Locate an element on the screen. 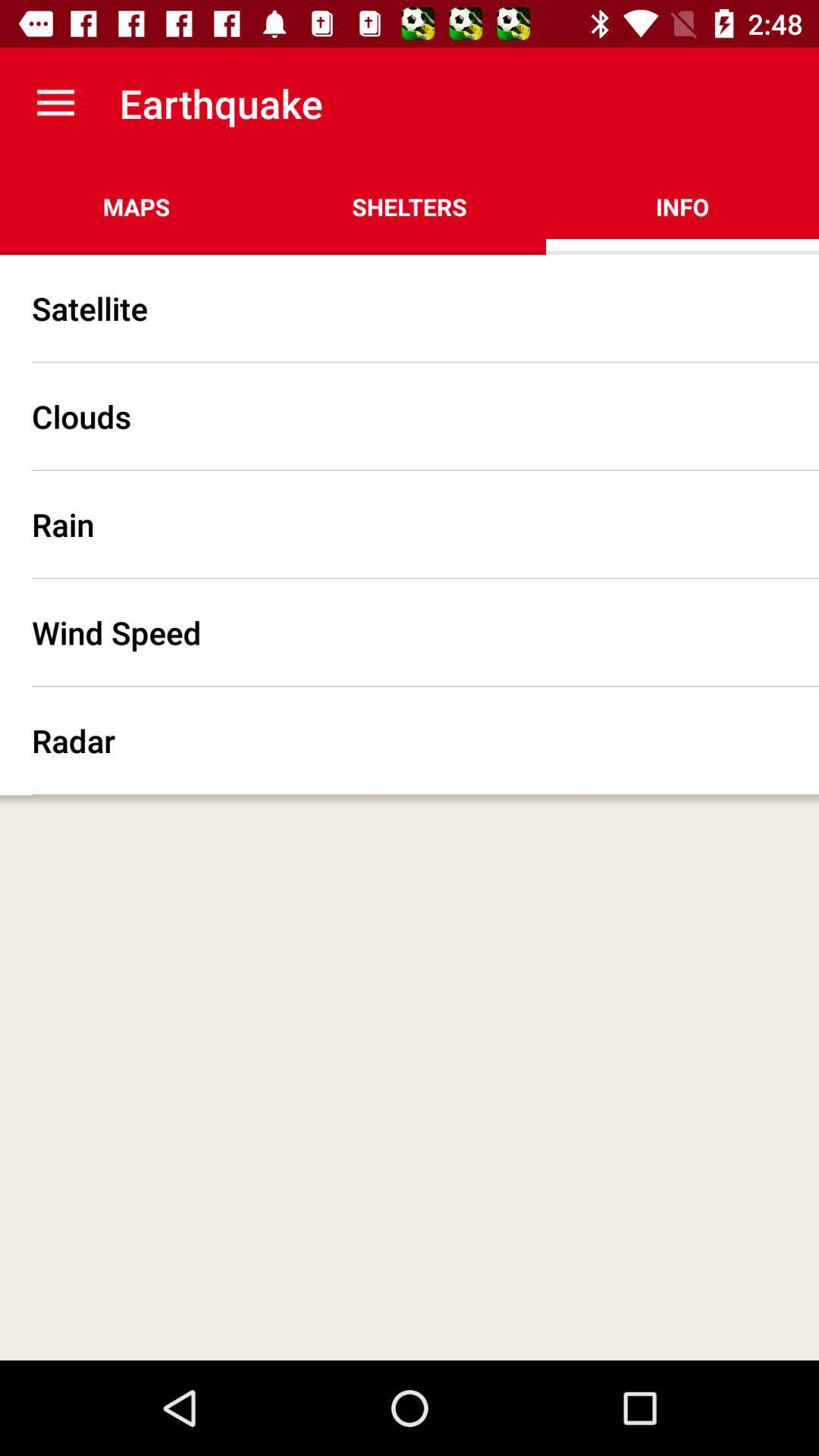 The image size is (819, 1456). app to the left of info app is located at coordinates (409, 206).